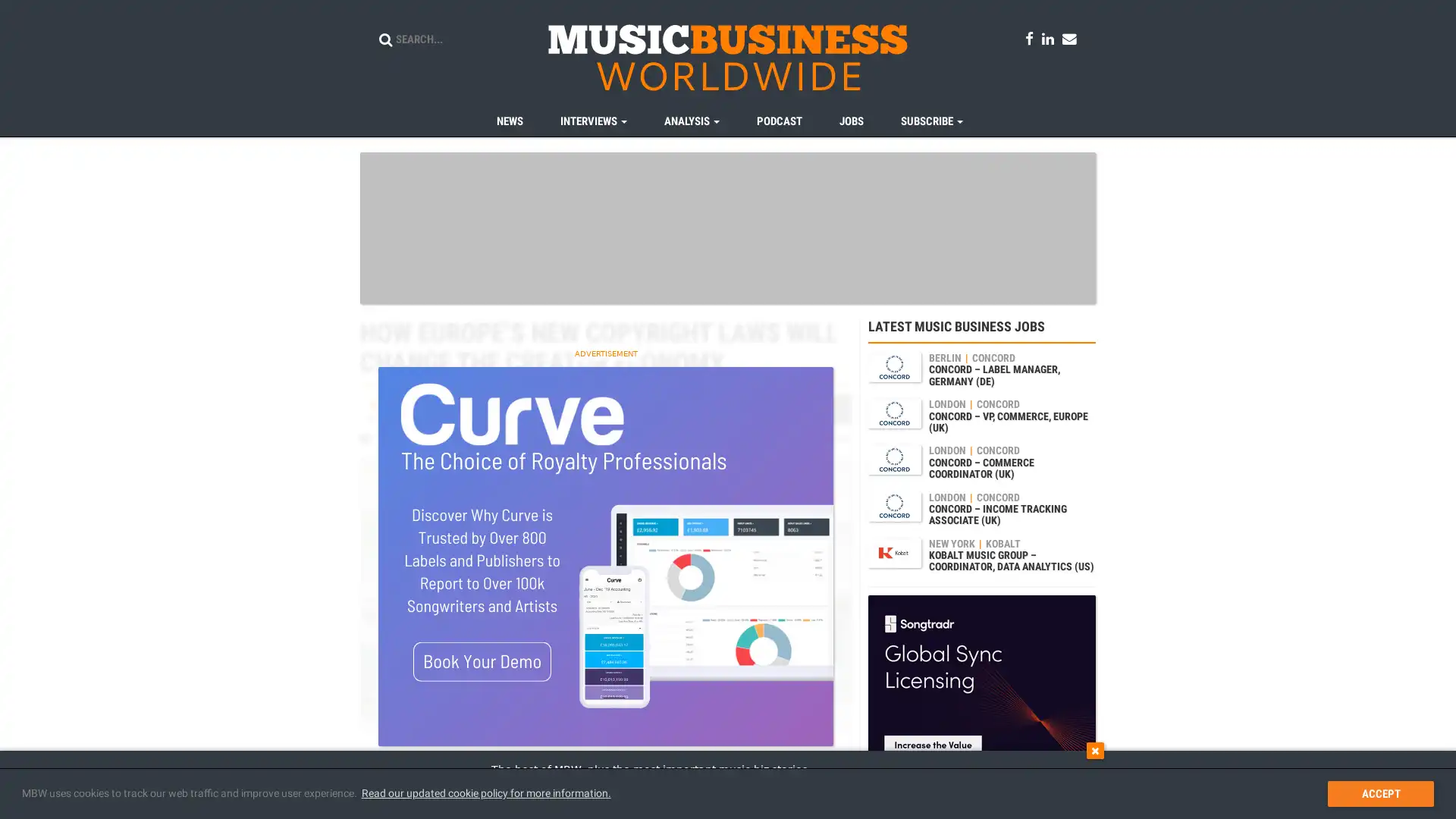 The height and width of the screenshot is (819, 1456). I want to click on SIGN UP TO THE MBW NEWSLETTER, so click(927, 784).